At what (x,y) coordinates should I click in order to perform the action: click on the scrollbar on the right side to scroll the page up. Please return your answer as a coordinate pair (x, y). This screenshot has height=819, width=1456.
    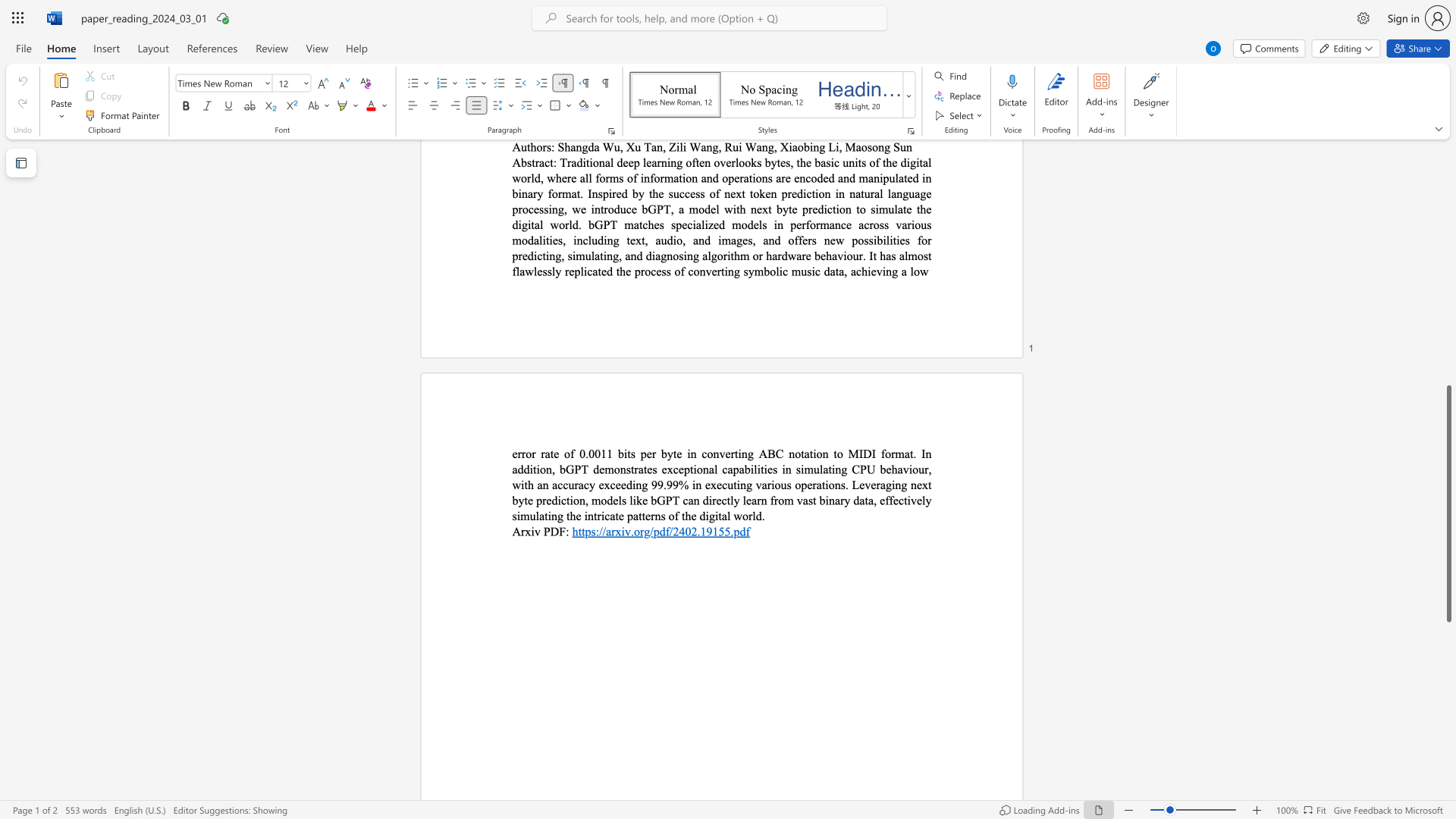
    Looking at the image, I should click on (1448, 348).